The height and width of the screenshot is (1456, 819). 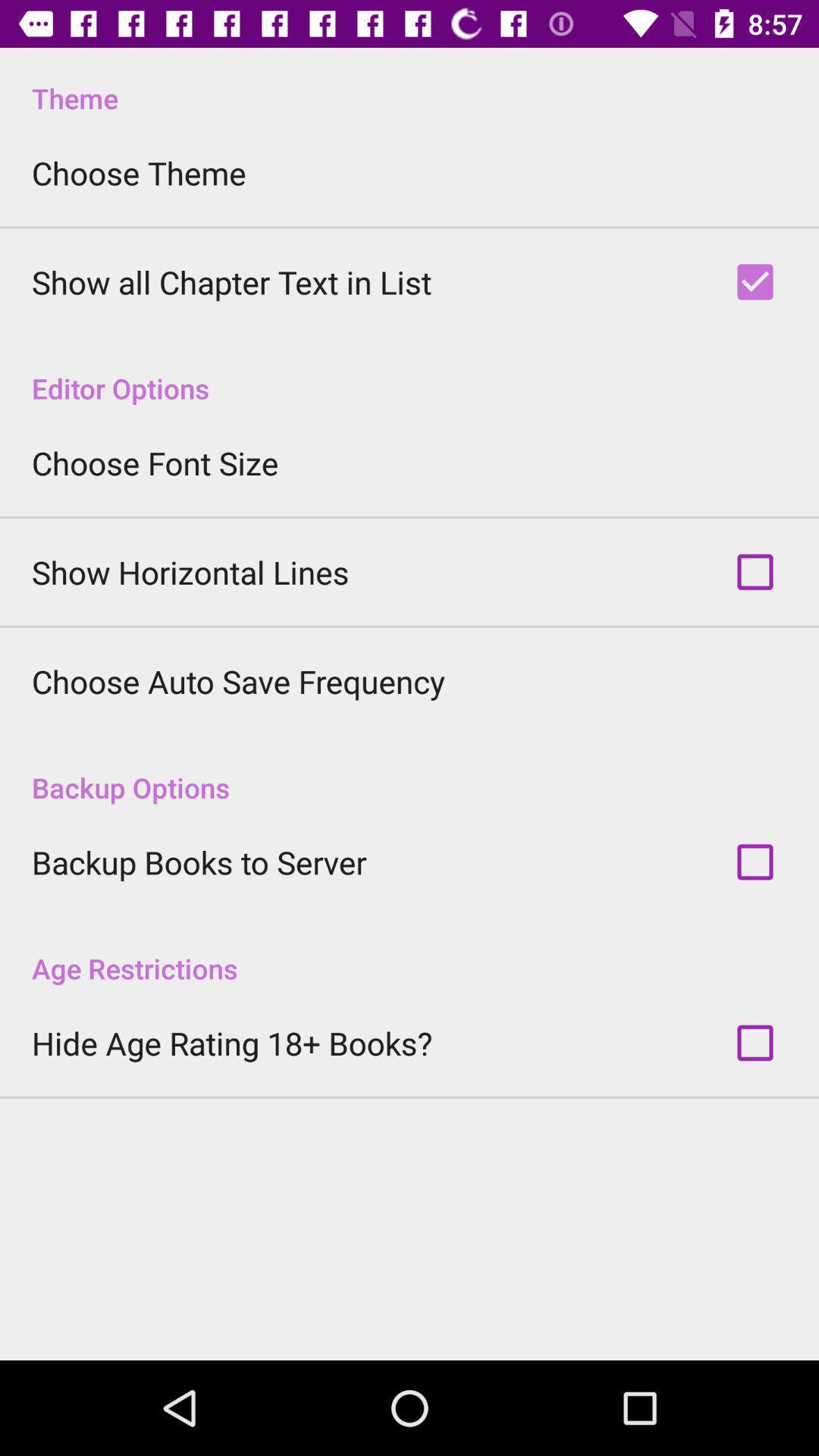 What do you see at coordinates (231, 1042) in the screenshot?
I see `the app below age restrictions icon` at bounding box center [231, 1042].